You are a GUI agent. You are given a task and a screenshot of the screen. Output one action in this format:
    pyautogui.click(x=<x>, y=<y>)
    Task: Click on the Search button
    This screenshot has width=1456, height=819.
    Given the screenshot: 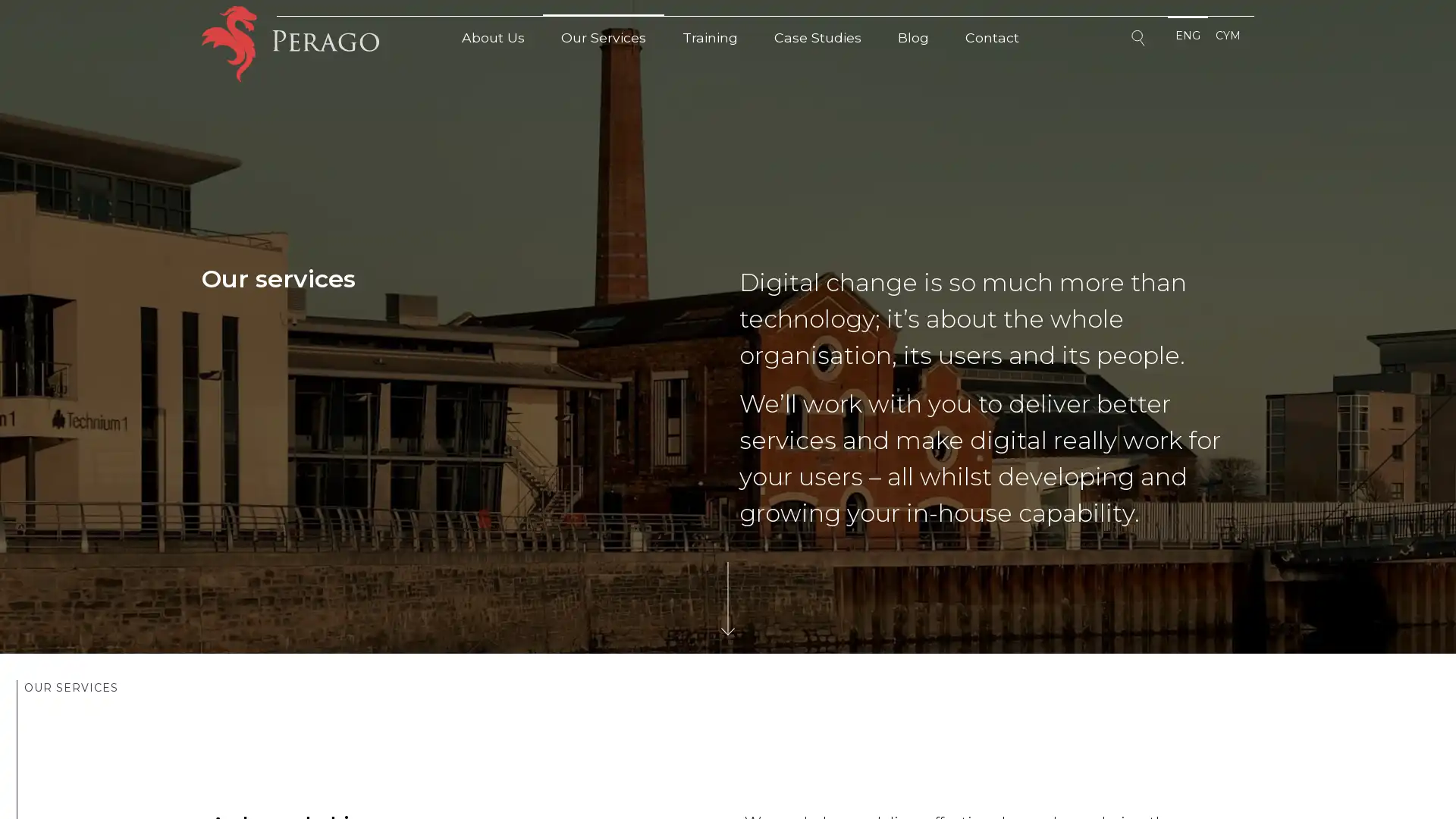 What is the action you would take?
    pyautogui.click(x=1140, y=40)
    